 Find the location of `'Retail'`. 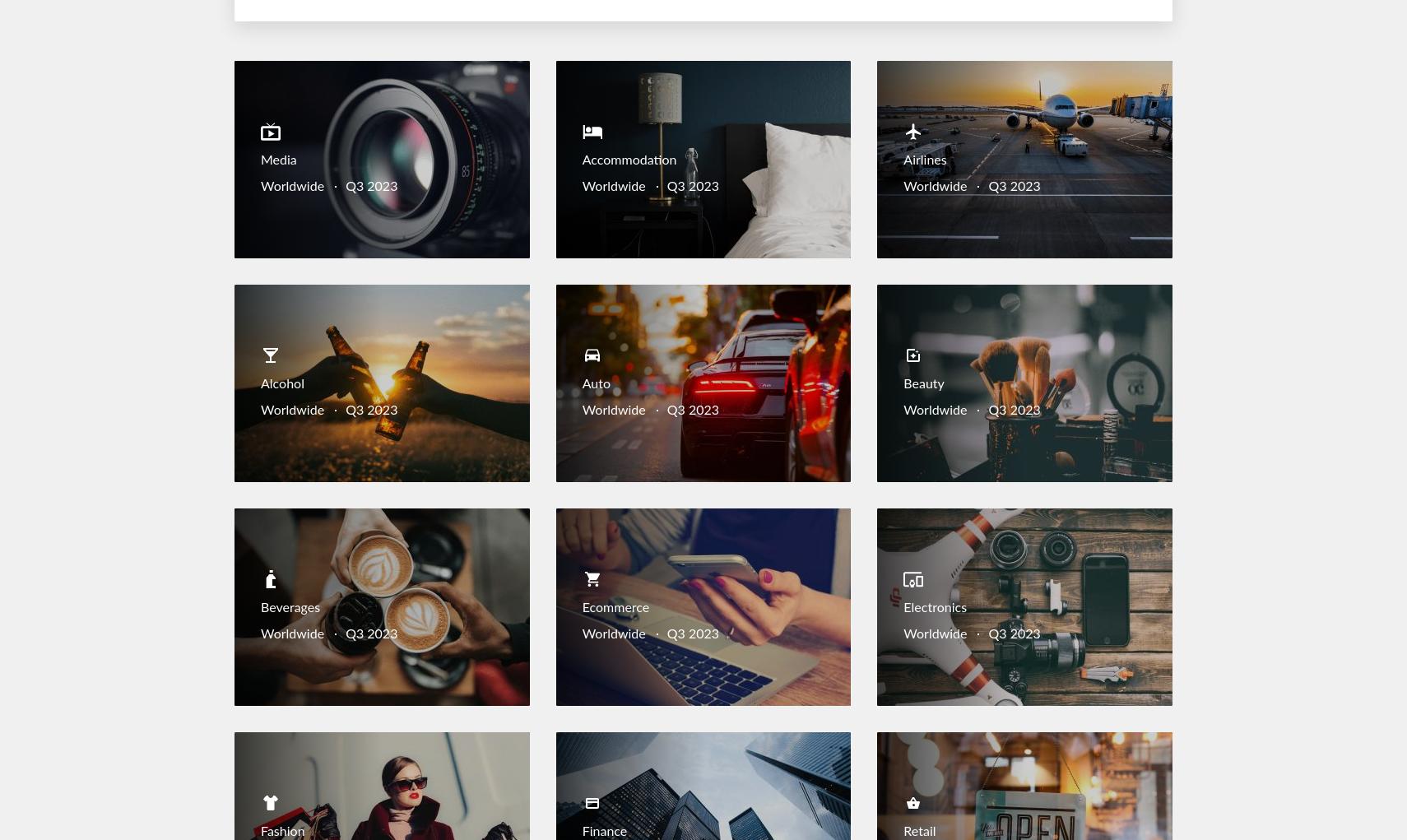

'Retail' is located at coordinates (918, 831).